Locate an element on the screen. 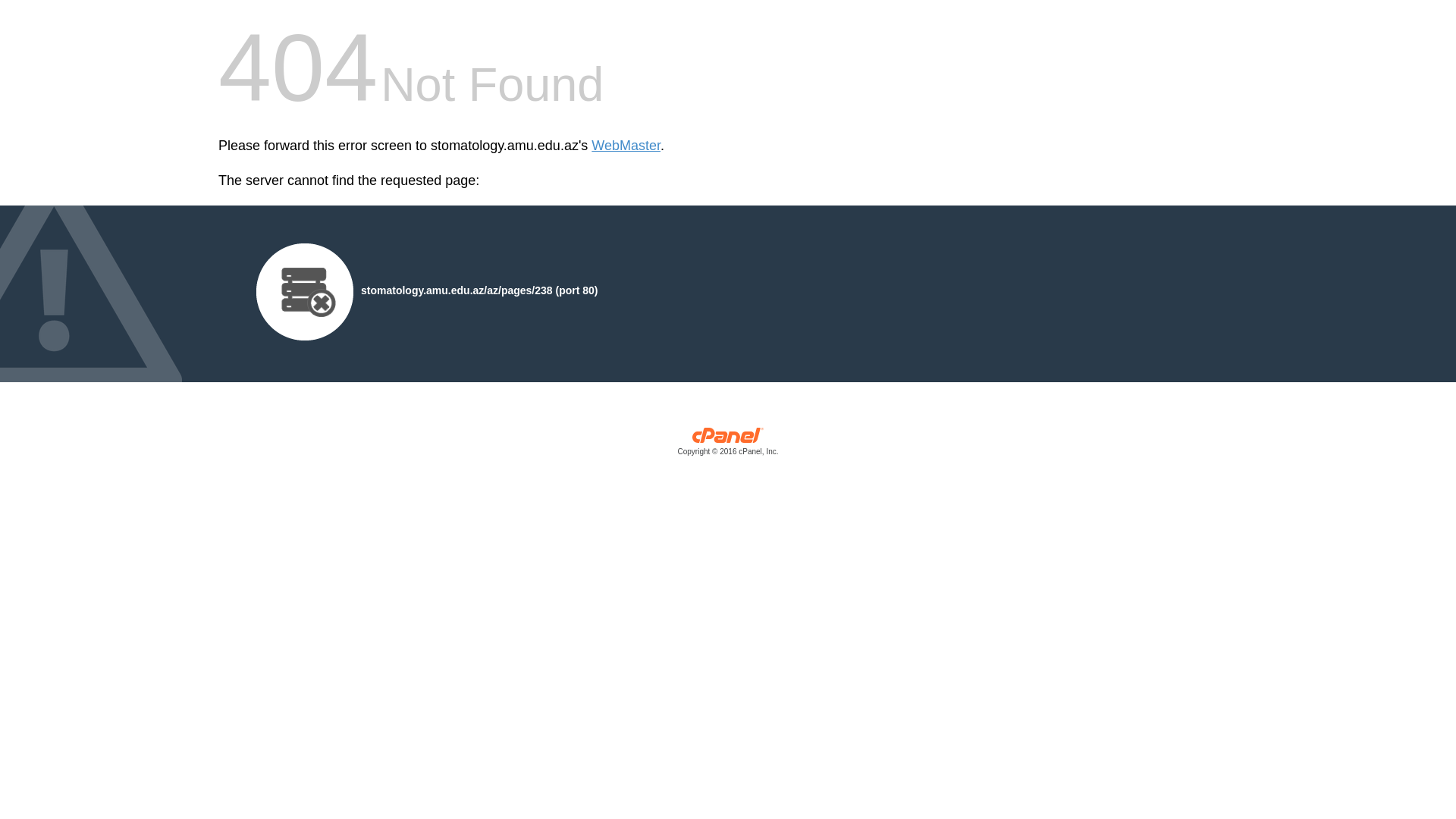 This screenshot has height=819, width=1456. 'WebMaster' is located at coordinates (626, 146).